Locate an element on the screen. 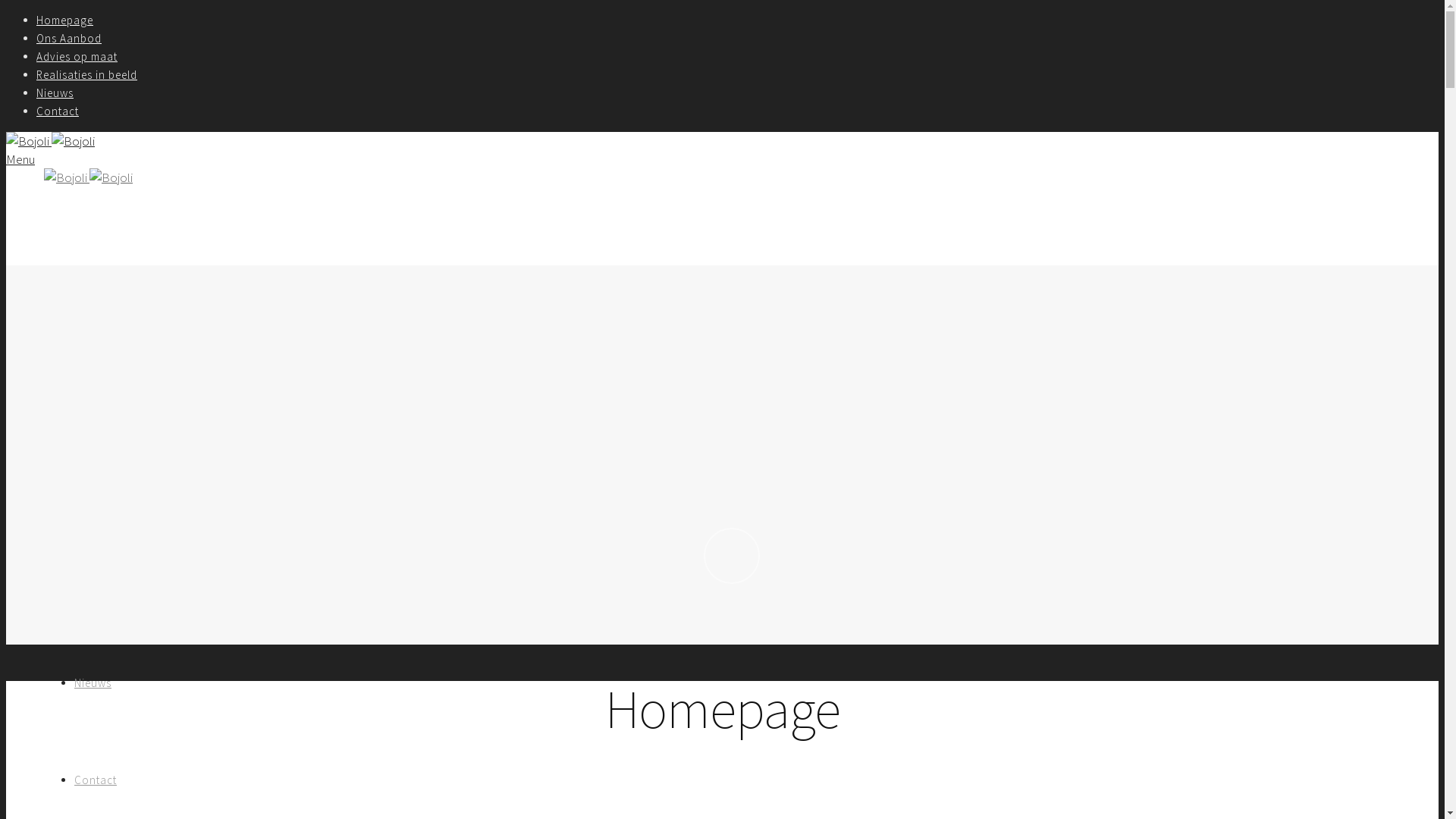 The height and width of the screenshot is (819, 1456). 'Homepage' is located at coordinates (90, 294).